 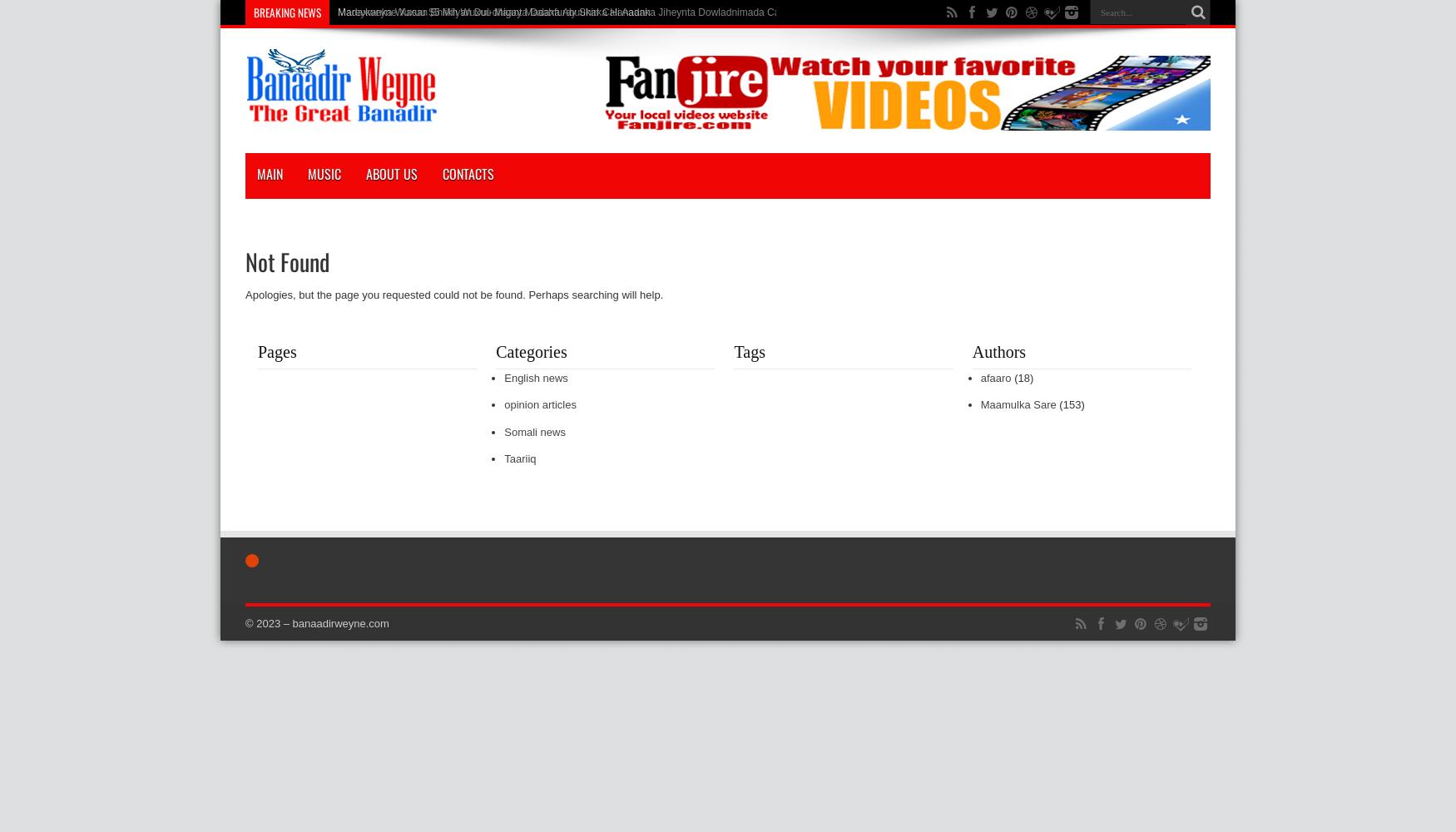 I want to click on 'Taariiq', so click(x=504, y=458).